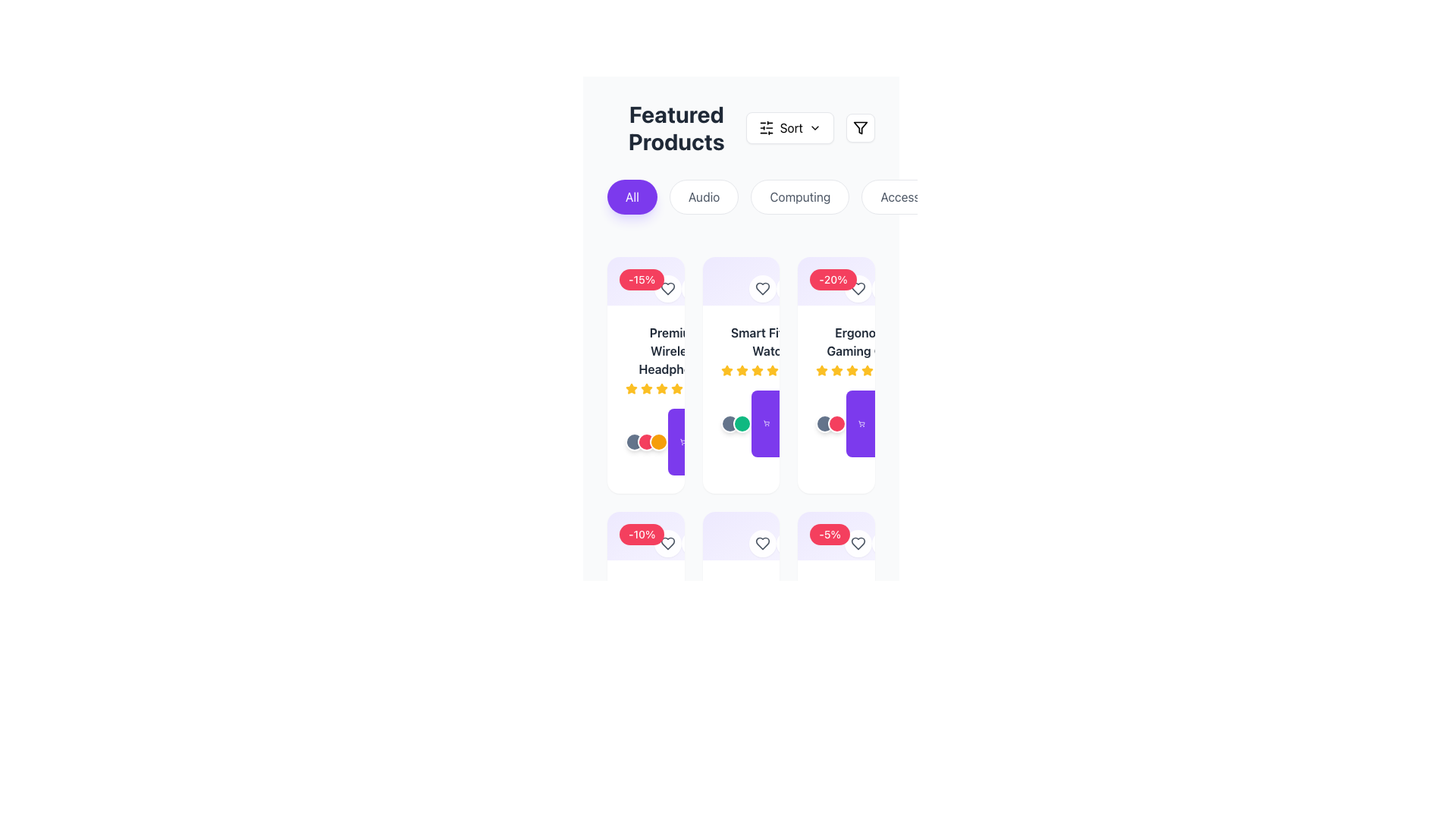 The height and width of the screenshot is (819, 1456). Describe the element at coordinates (674, 350) in the screenshot. I see `the Text label that serves as the title for the product in the product listing, located near the top of the product card, above the yellow rating stars` at that location.